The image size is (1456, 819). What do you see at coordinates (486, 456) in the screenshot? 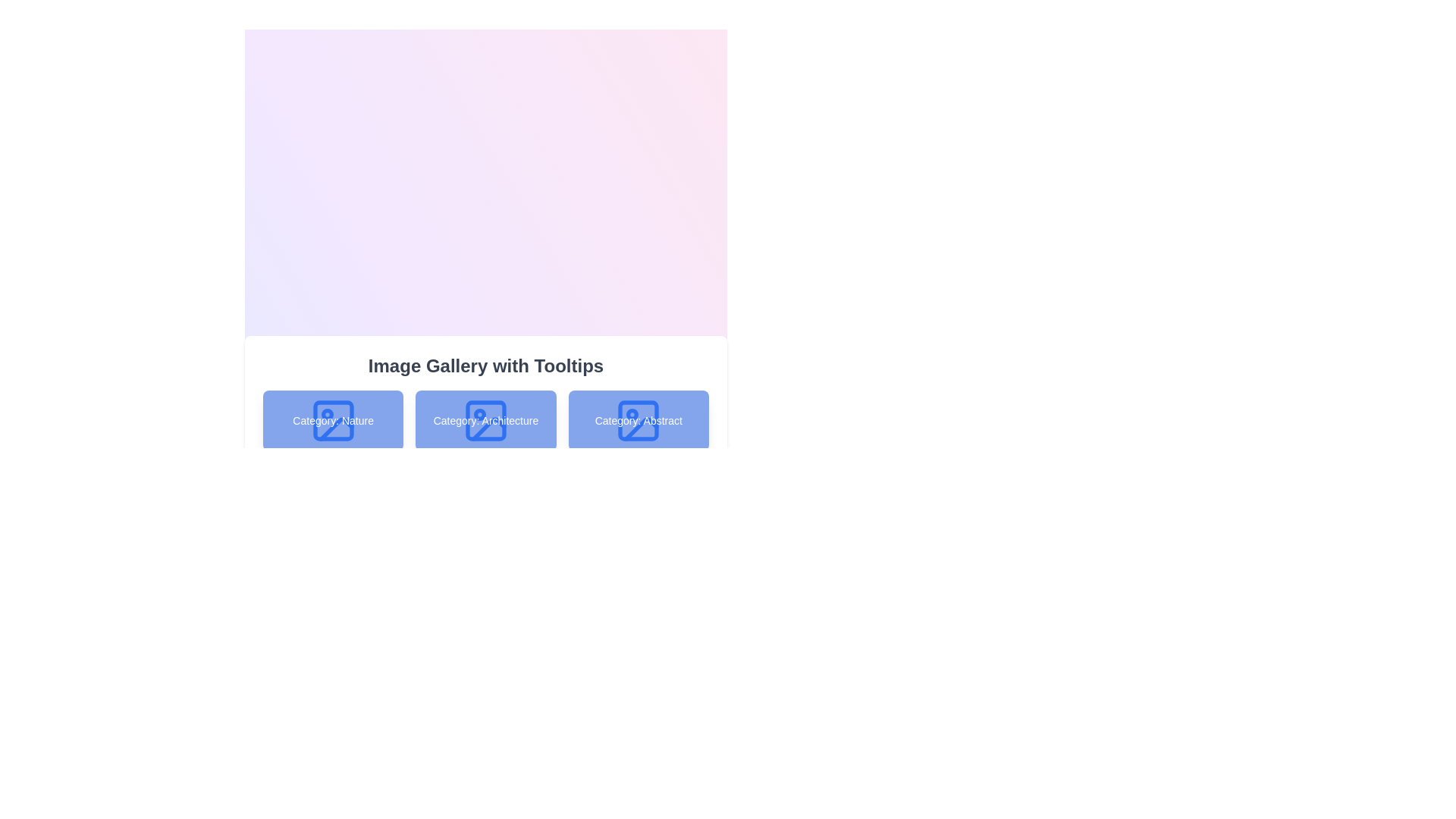
I see `the second grid item in the 'Image Gallery with Tooltips' that represents the category 'Architecture'` at bounding box center [486, 456].